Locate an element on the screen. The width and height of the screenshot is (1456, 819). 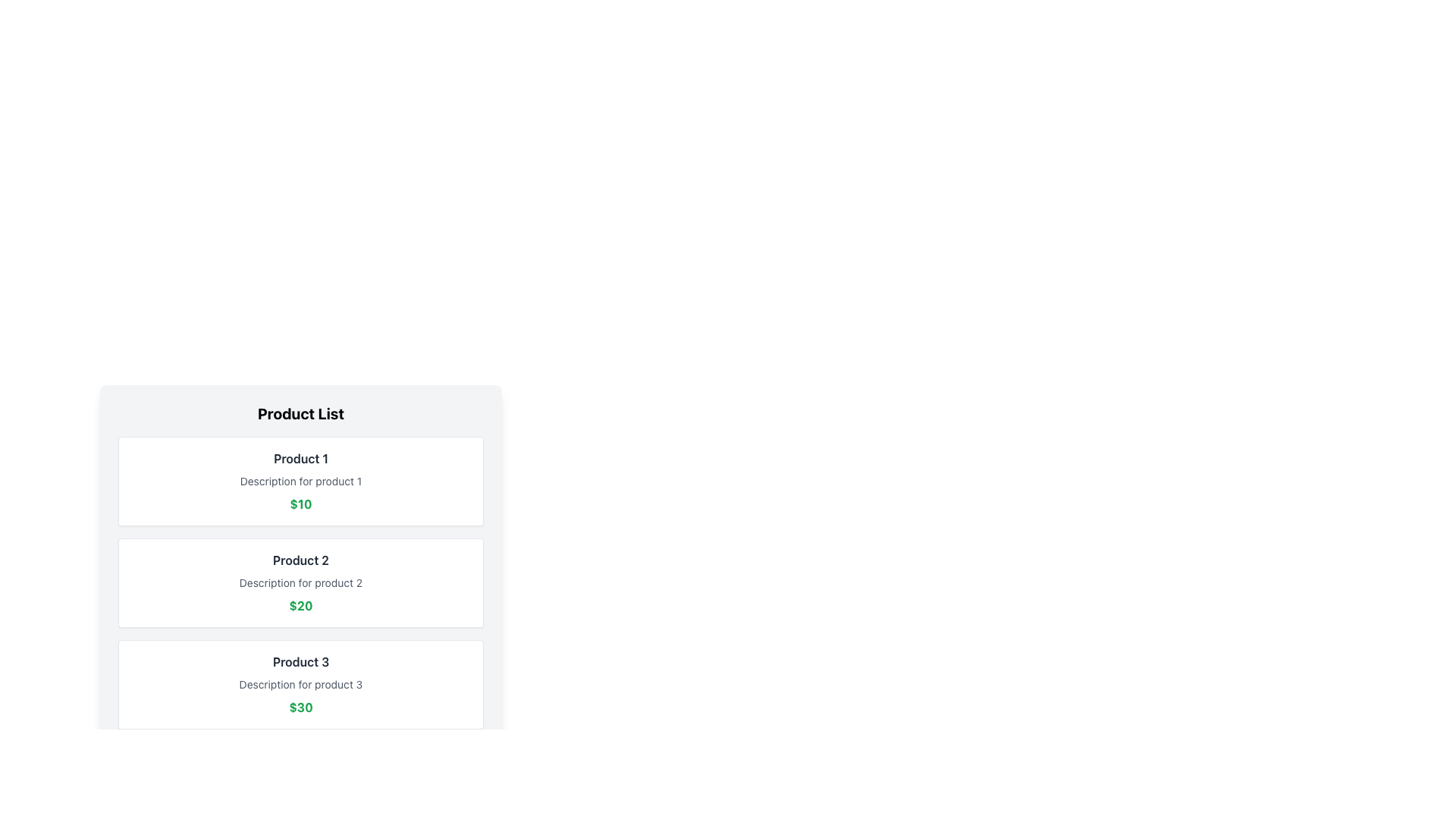
descriptive text content for the product labeled as 'Product 2', which is positioned between the product name and price in the card layout is located at coordinates (301, 582).